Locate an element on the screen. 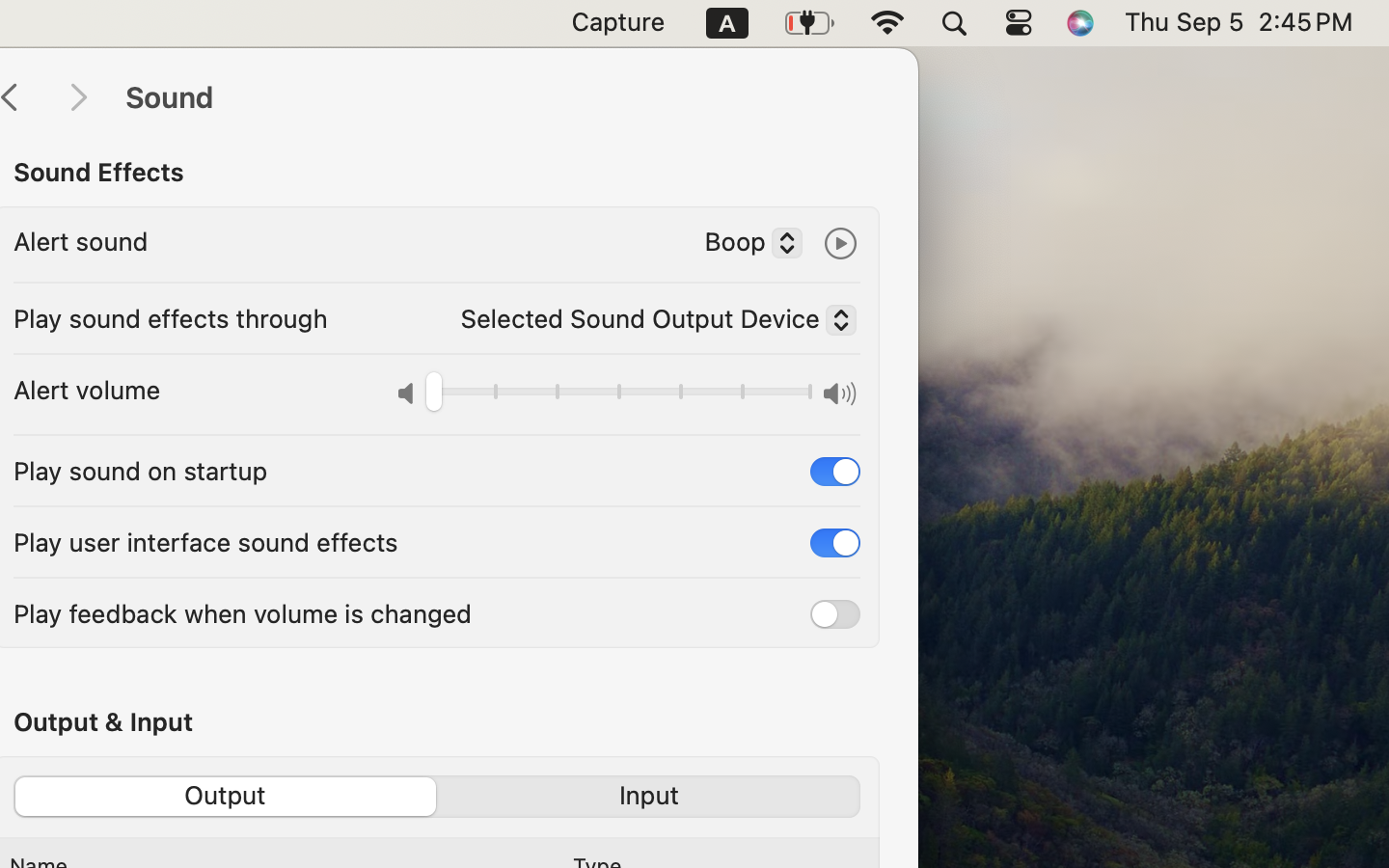 The width and height of the screenshot is (1389, 868). 'Alert sound' is located at coordinates (80, 240).